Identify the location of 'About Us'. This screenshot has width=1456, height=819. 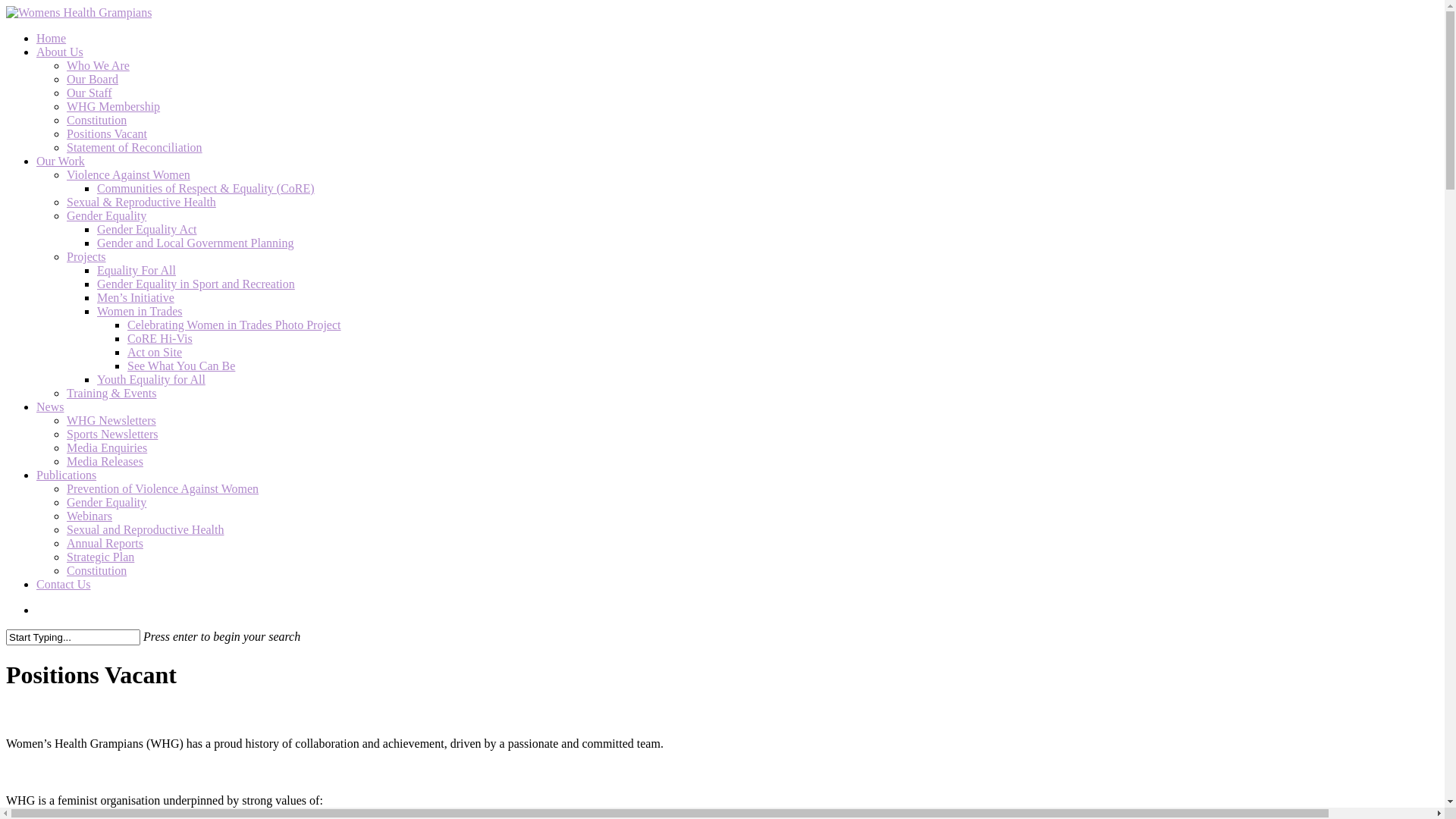
(59, 51).